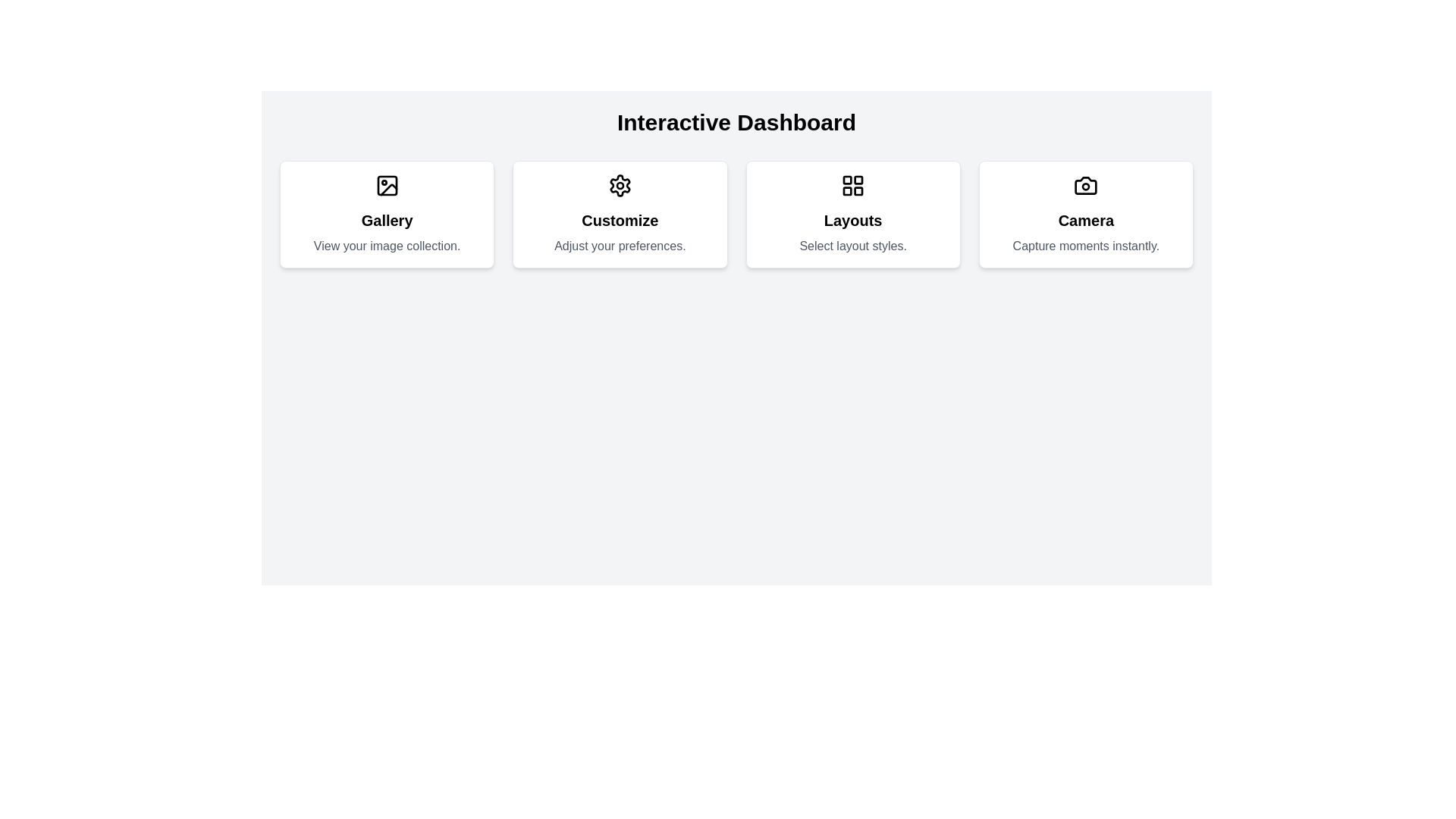 This screenshot has height=819, width=1456. What do you see at coordinates (387, 185) in the screenshot?
I see `the SVG shape representing the rectangular frame with rounded corners, which is part of the picture frame icon located above the 'Gallery' text in the leftmost card on the dashboard` at bounding box center [387, 185].